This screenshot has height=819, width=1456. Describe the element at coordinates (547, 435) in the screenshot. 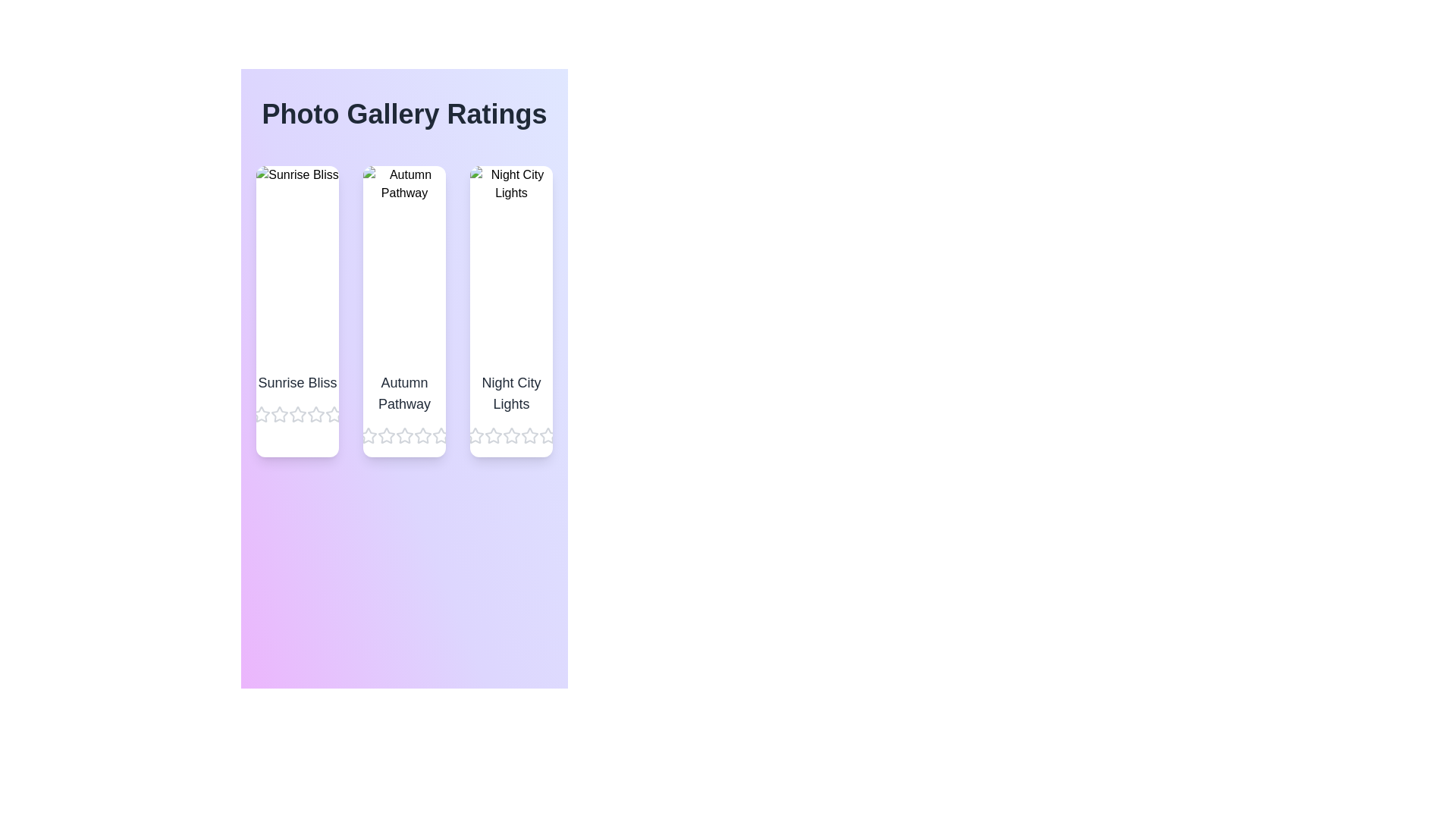

I see `the star corresponding to 5 stars for the image titled Night City Lights` at that location.